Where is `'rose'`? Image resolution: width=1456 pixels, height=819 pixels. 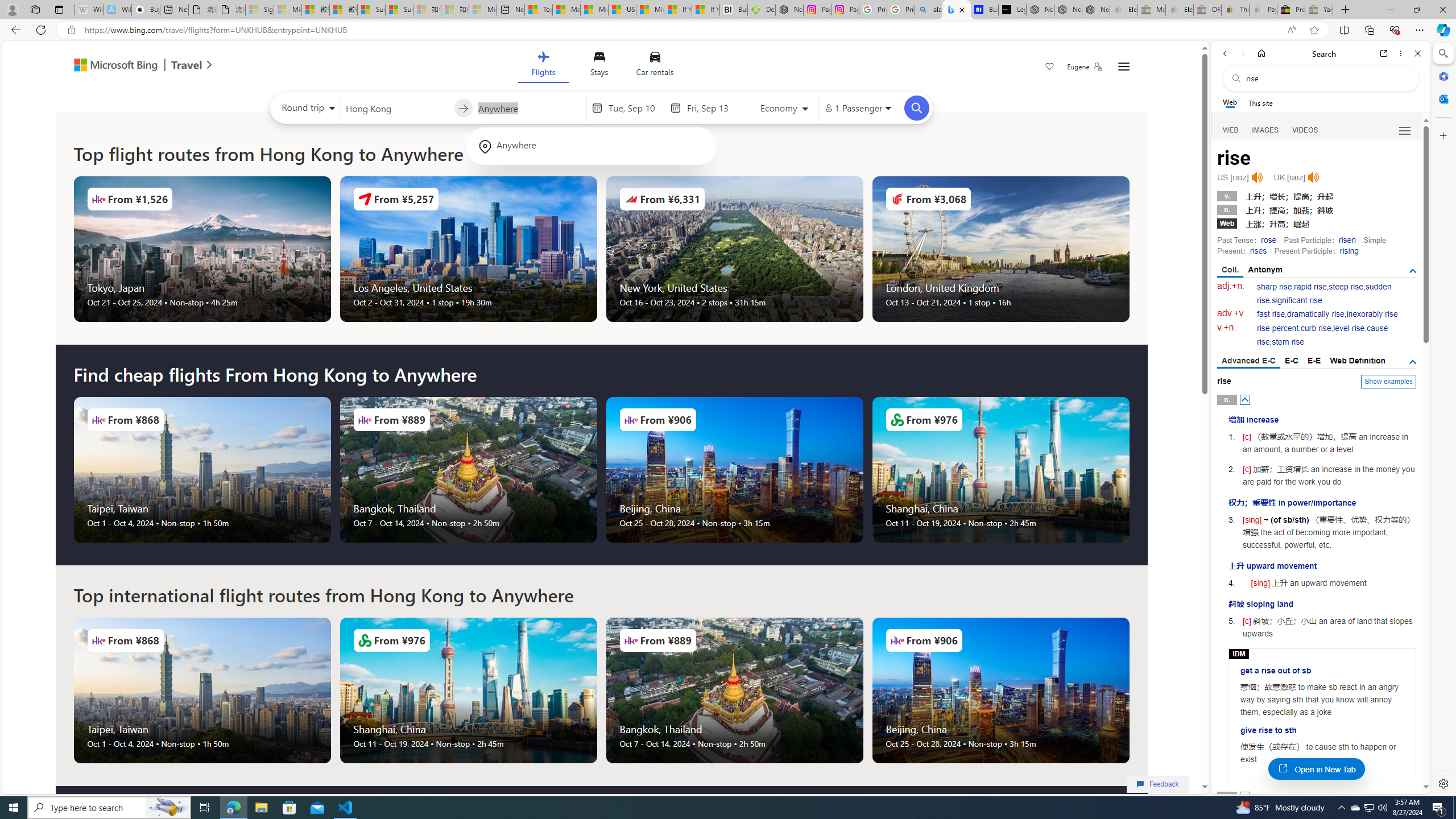
'rose' is located at coordinates (1268, 239).